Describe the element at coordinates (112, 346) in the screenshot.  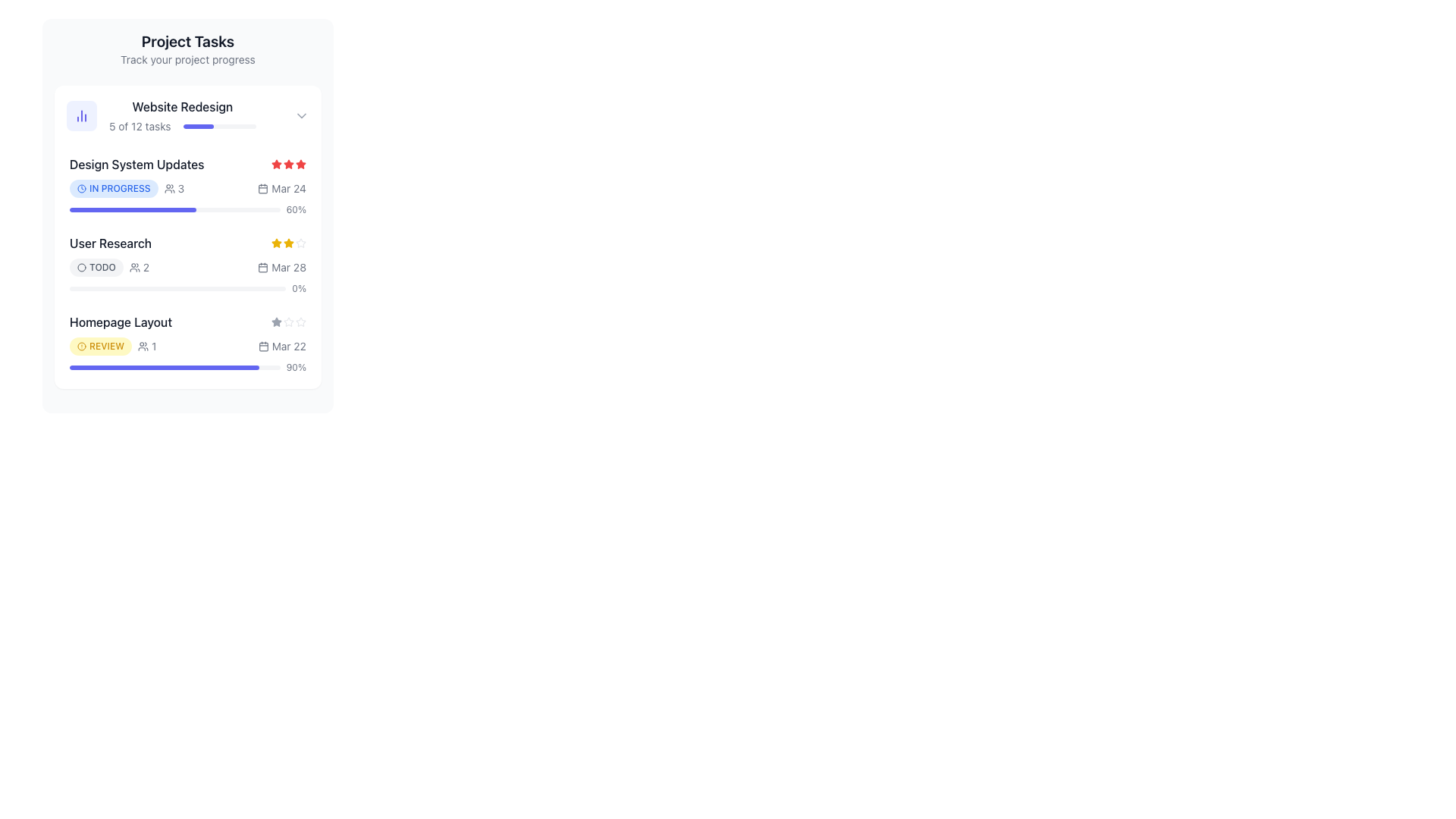
I see `the status badge component with the text 'REVIEW' and alert icon in the 'Homepage Layout' of the 'Project Tasks' interface` at that location.